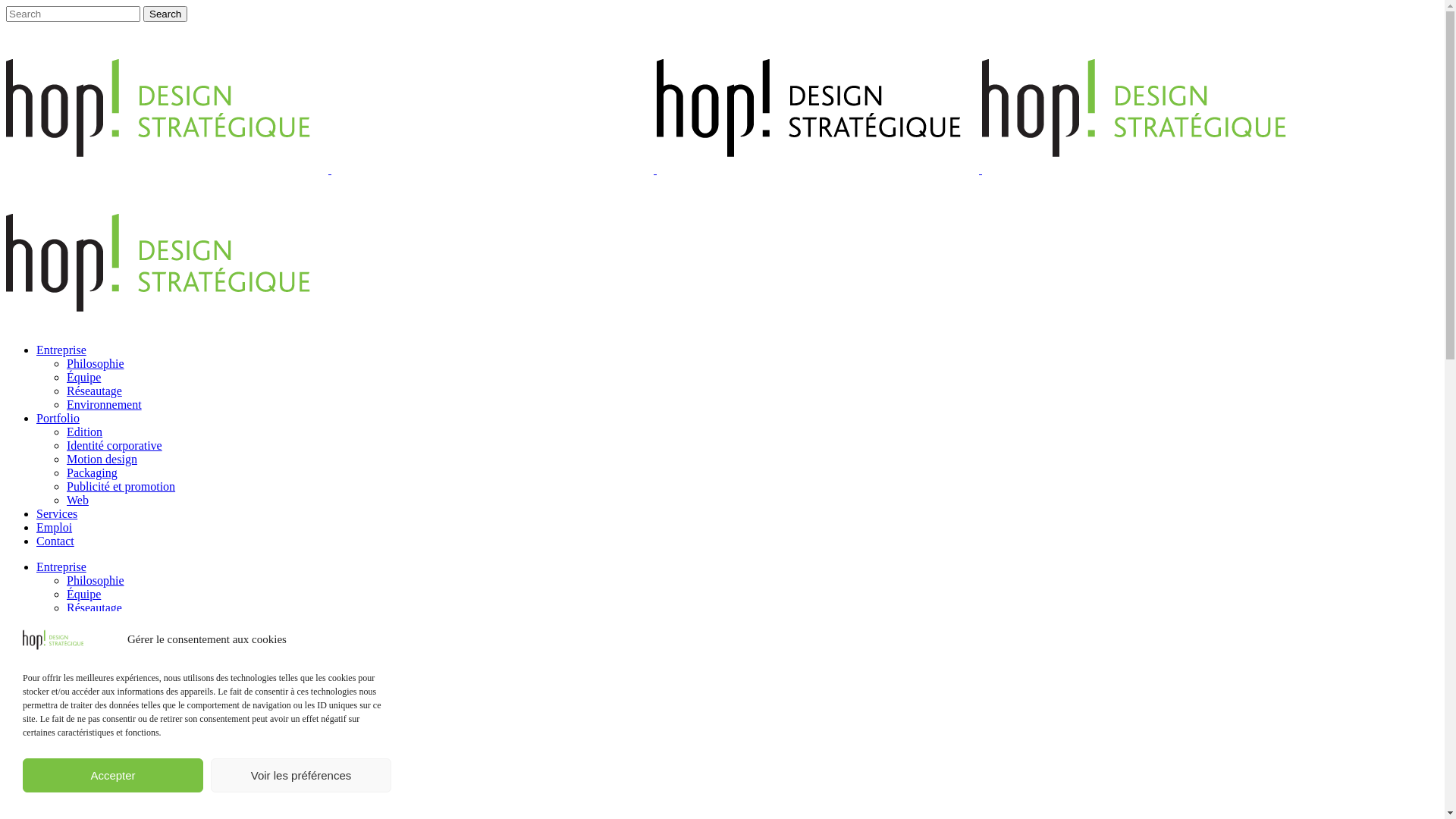  I want to click on 'Edition', so click(83, 431).